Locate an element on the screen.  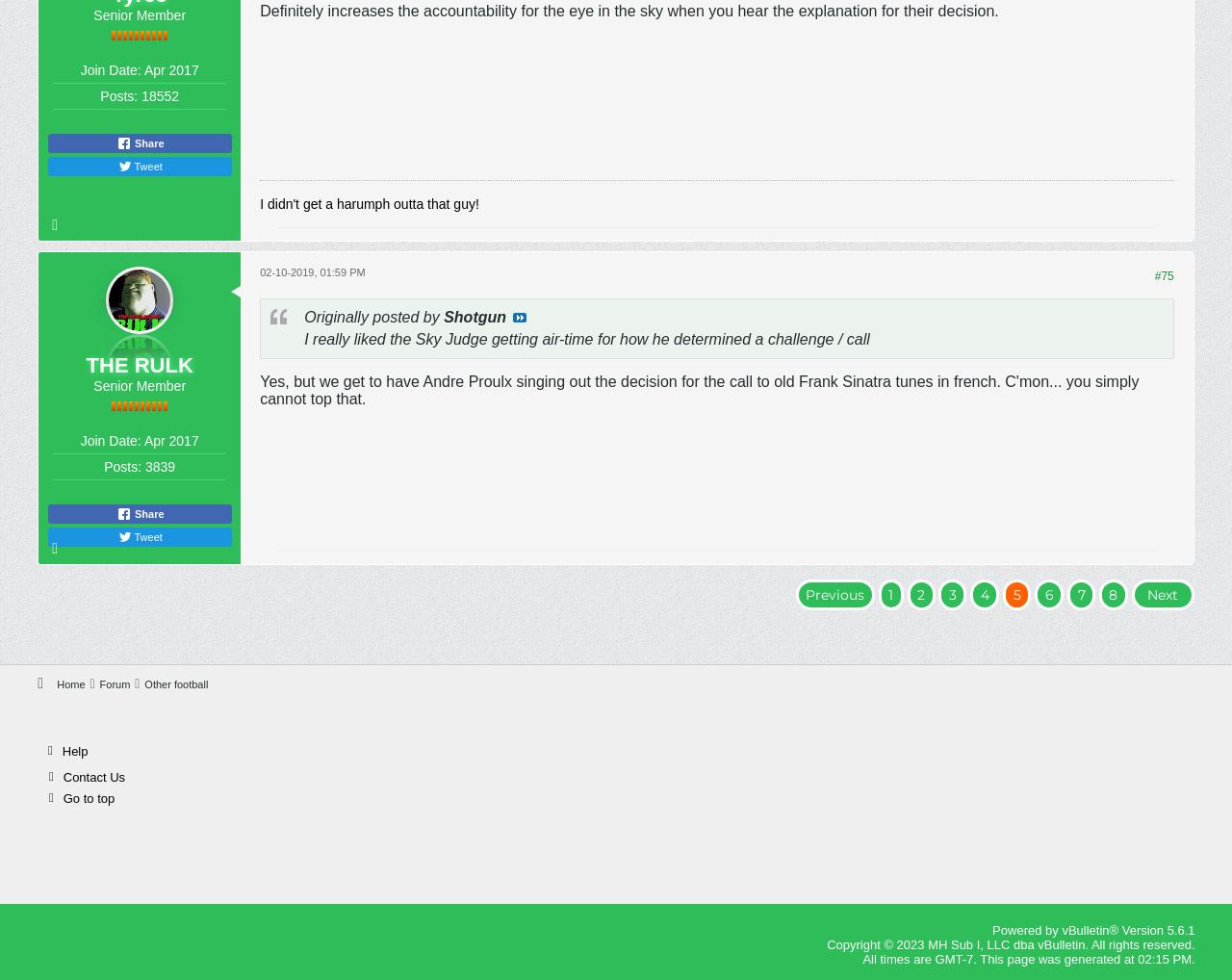
'All times are GMT-7. This page was generated at 02:15 PM.' is located at coordinates (1027, 958).